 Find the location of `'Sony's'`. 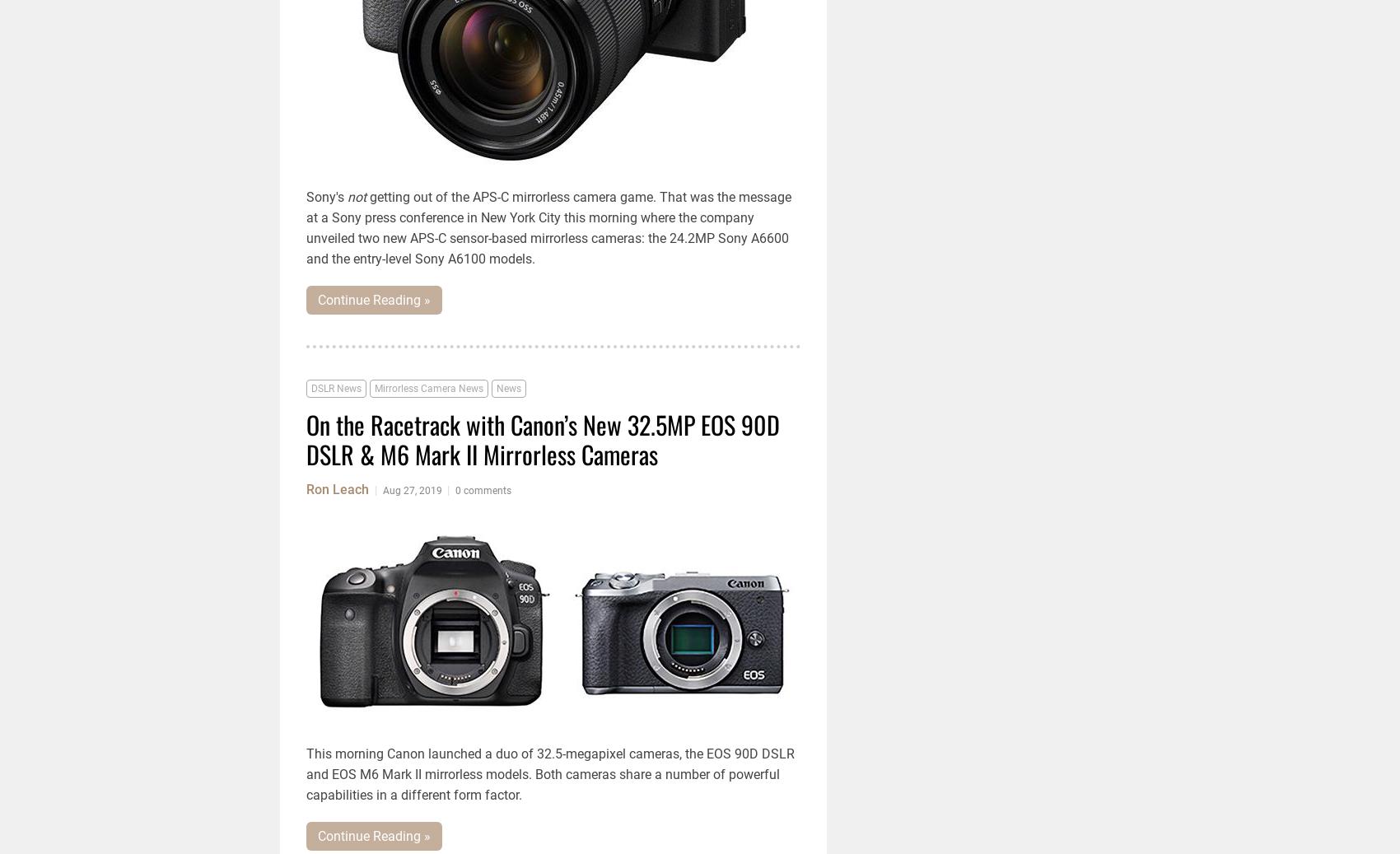

'Sony's' is located at coordinates (305, 196).